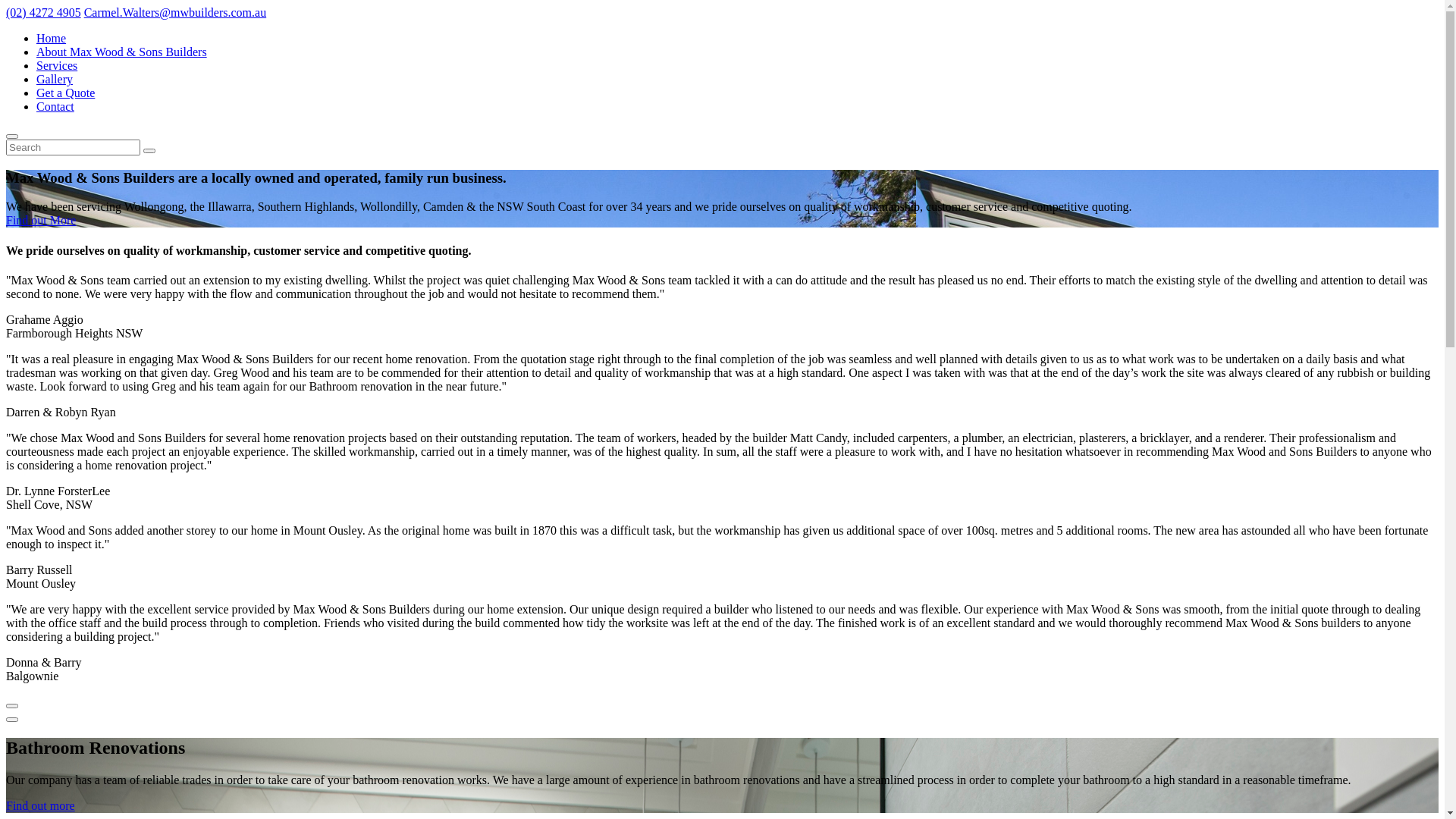  I want to click on 'Gallery', so click(36, 79).